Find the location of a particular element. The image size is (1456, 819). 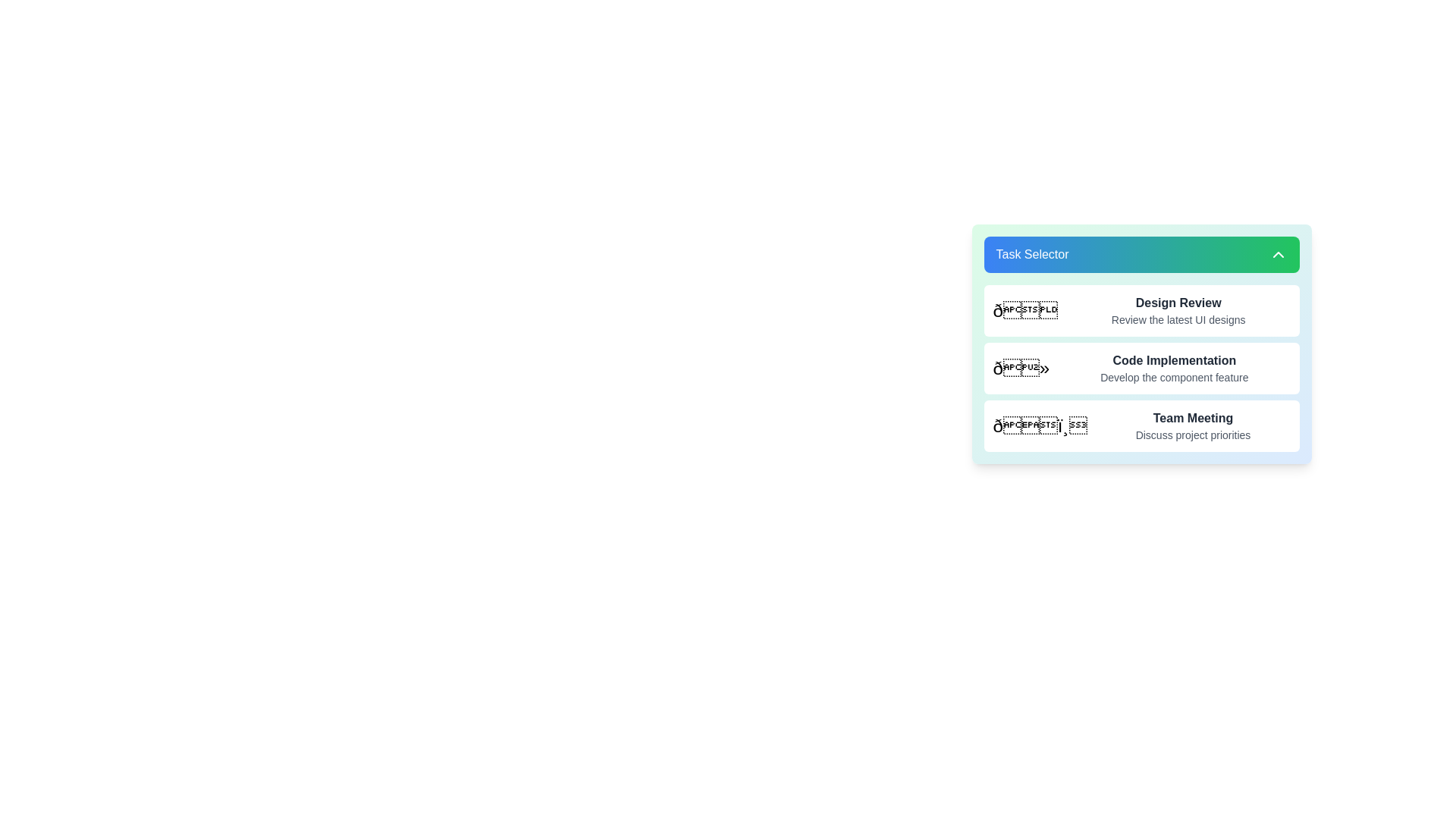

the emoji-like icon located to the left of the 'Code Implementation' text for interaction or tooltip display is located at coordinates (1021, 369).